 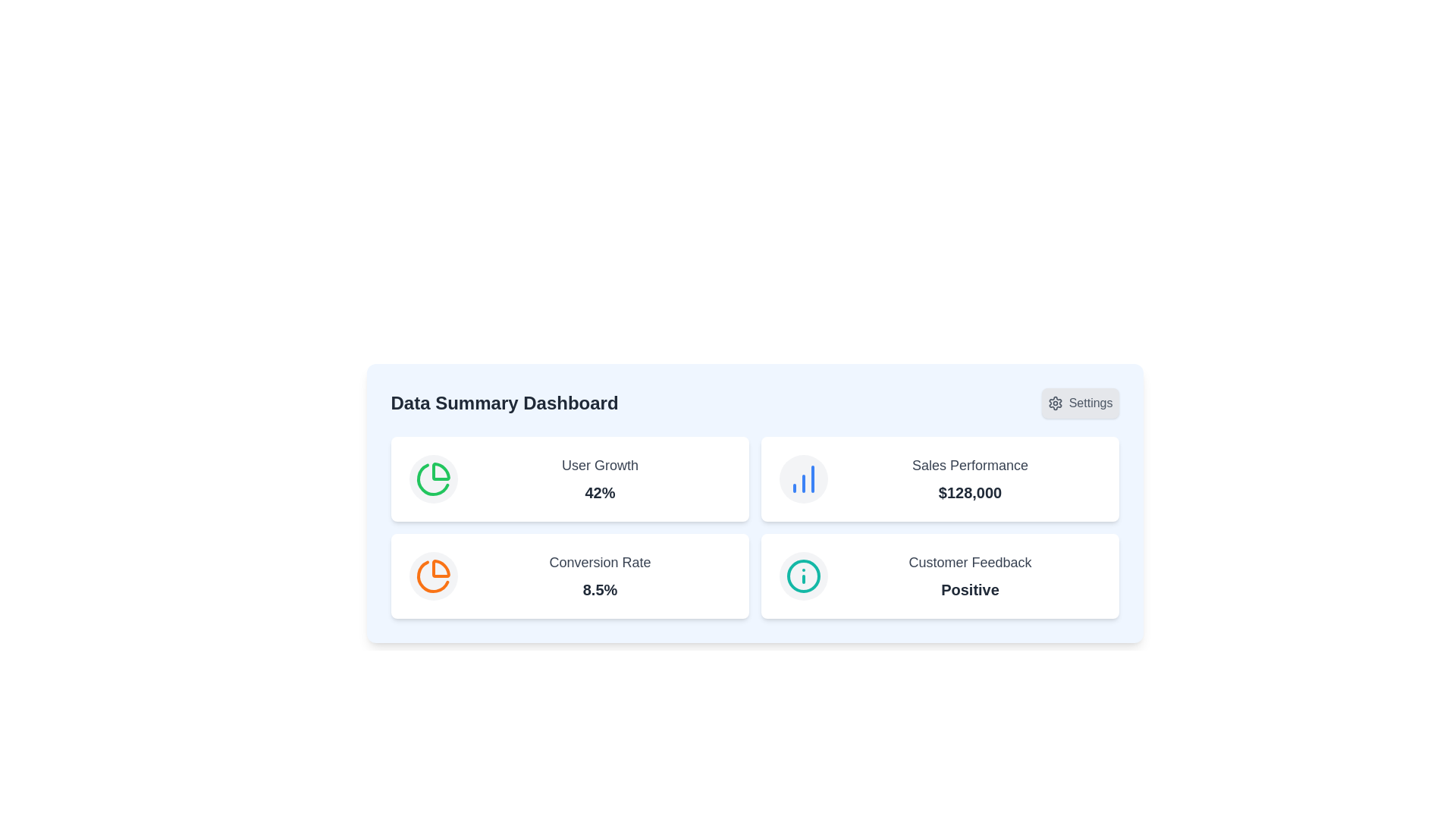 I want to click on static textual display showing the percentage value for user growth, located centrally in the upper-left quadrant of the dashboard, below the label 'User Growth', so click(x=599, y=493).